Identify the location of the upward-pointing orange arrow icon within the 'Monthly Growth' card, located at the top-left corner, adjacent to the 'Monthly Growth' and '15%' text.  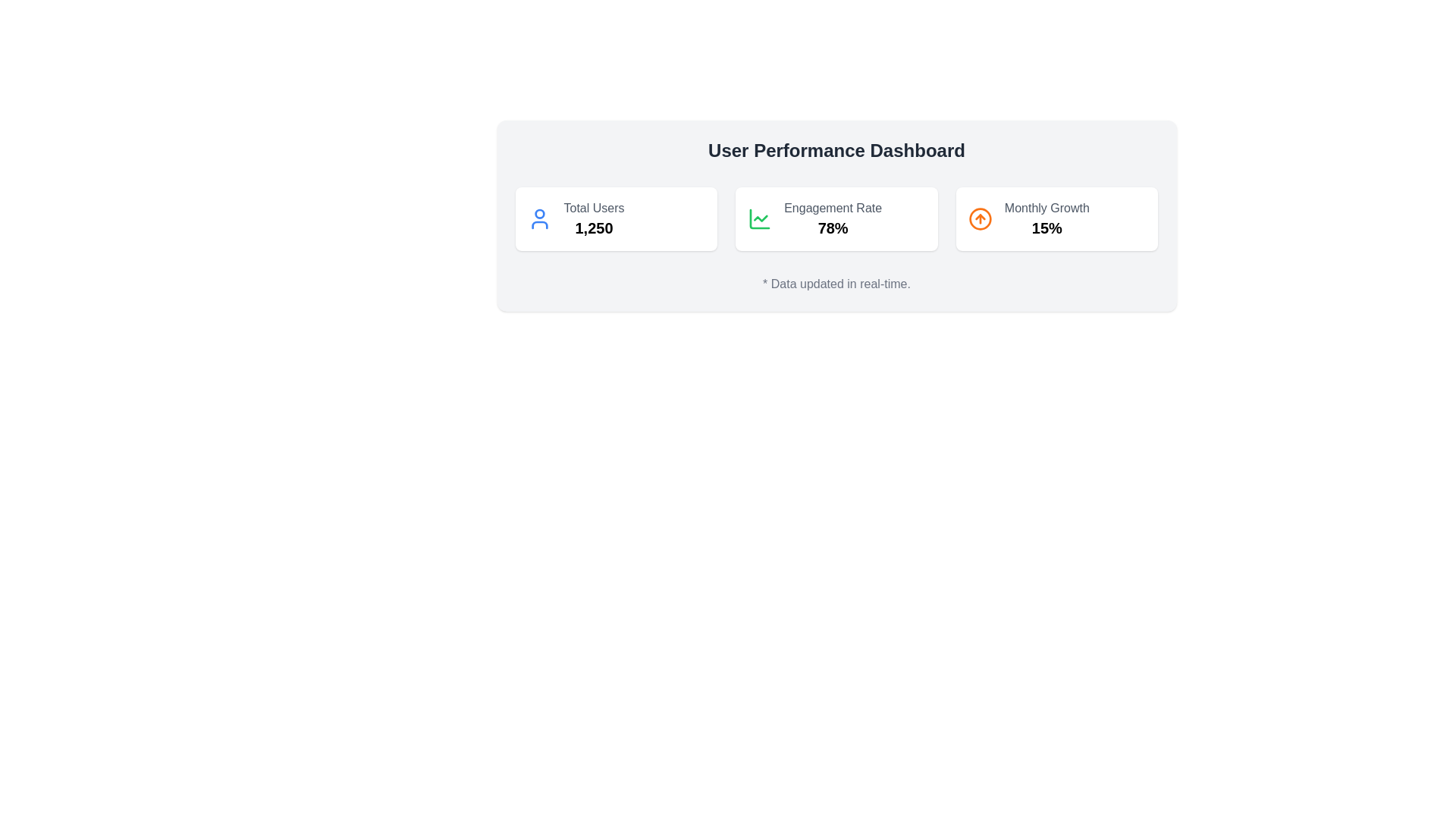
(980, 219).